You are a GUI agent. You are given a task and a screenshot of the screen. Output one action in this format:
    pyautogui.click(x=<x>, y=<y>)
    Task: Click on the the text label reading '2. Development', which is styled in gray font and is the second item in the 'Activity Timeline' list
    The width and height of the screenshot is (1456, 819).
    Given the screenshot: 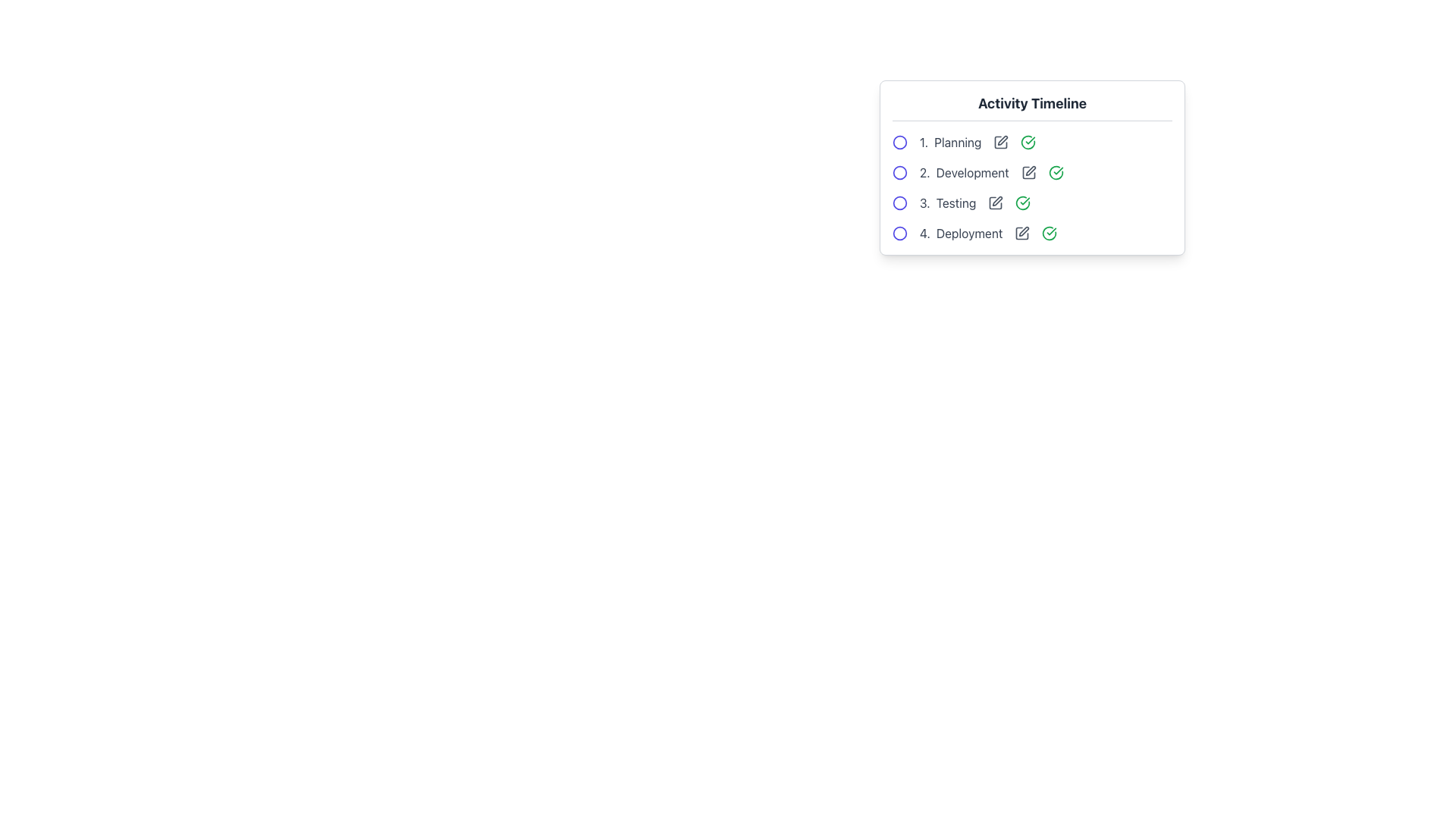 What is the action you would take?
    pyautogui.click(x=963, y=171)
    